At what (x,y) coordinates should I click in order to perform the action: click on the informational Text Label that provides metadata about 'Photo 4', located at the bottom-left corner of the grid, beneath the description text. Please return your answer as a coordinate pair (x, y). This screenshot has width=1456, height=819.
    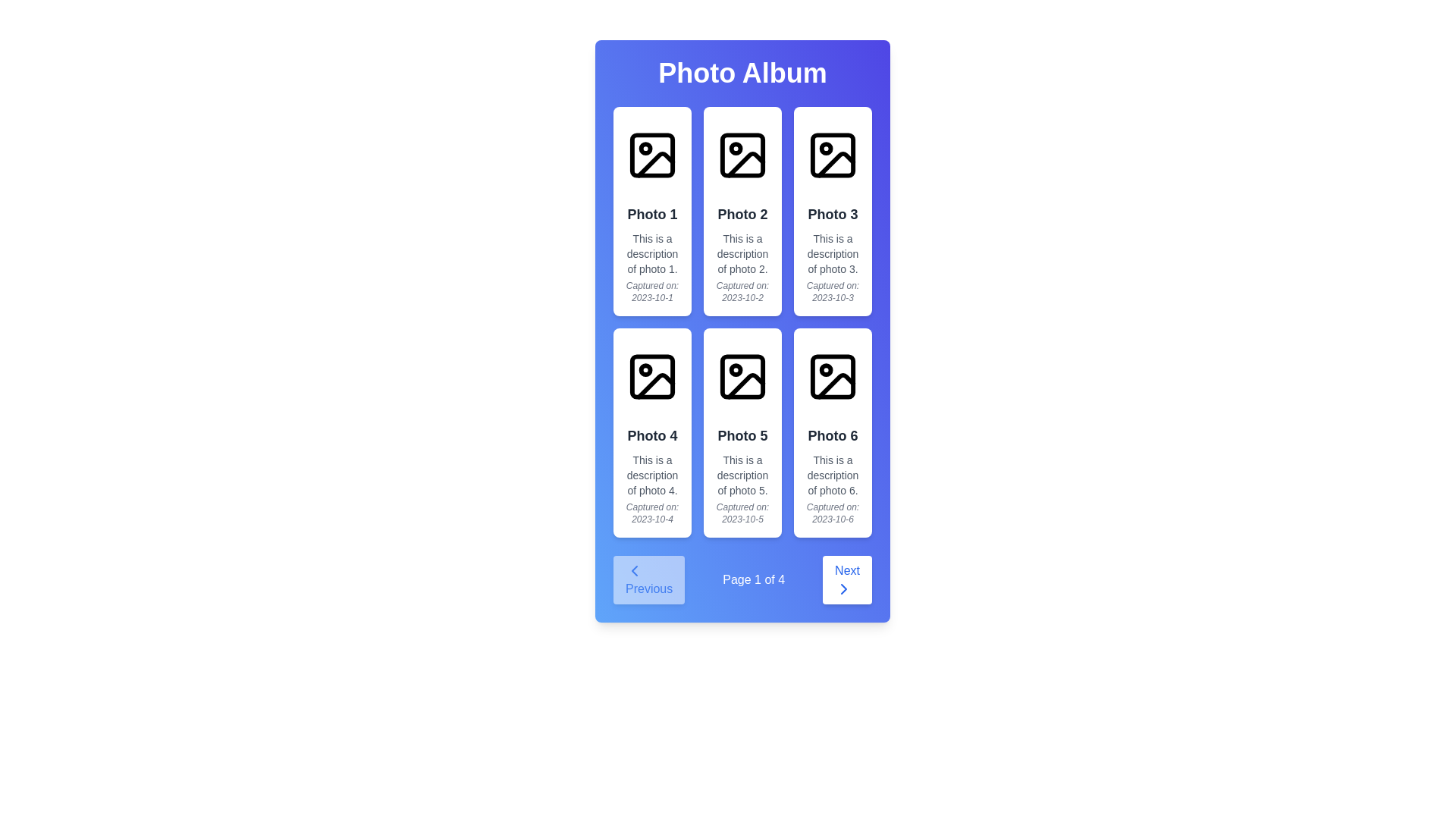
    Looking at the image, I should click on (652, 513).